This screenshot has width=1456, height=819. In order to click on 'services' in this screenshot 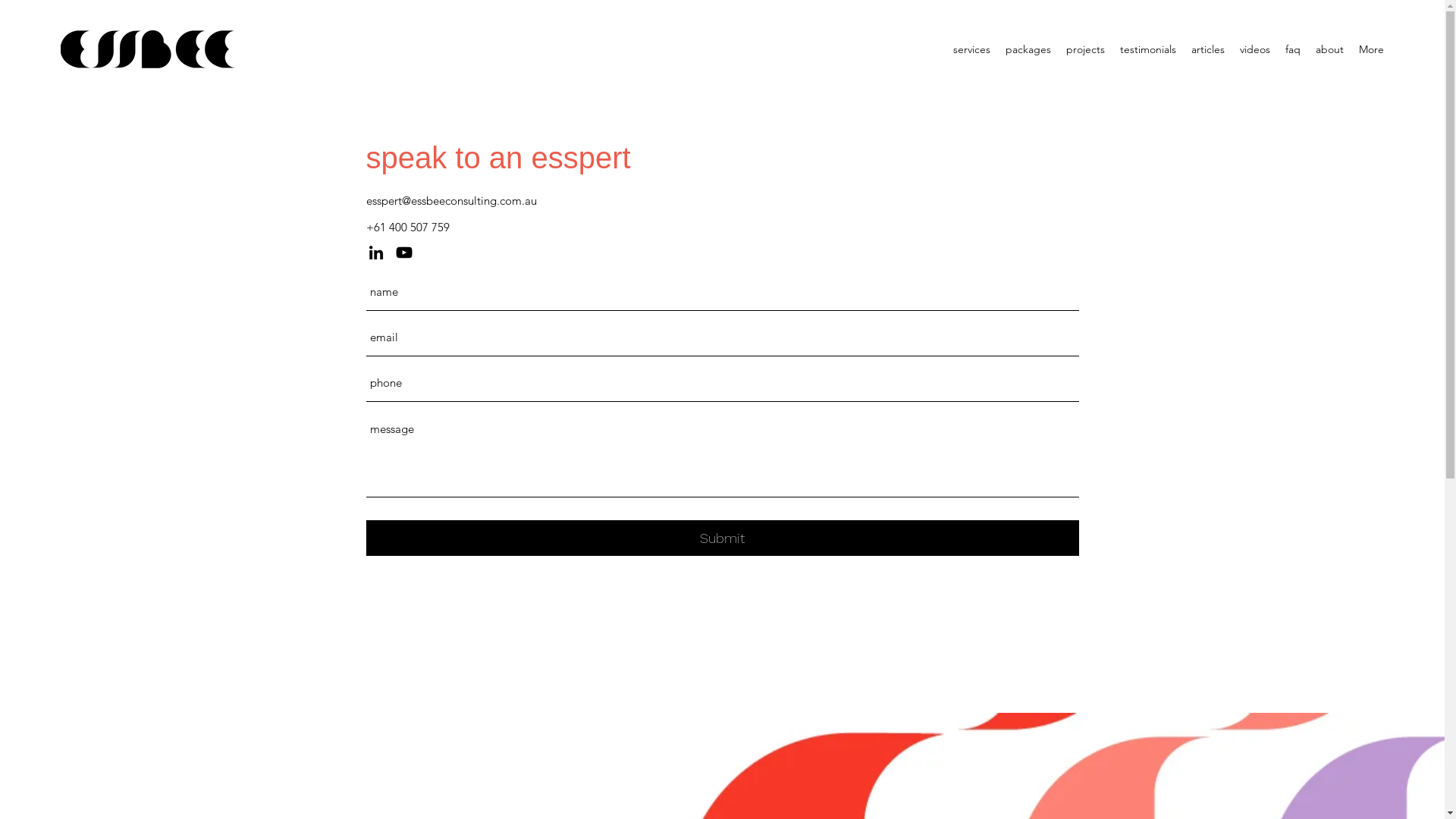, I will do `click(971, 49)`.